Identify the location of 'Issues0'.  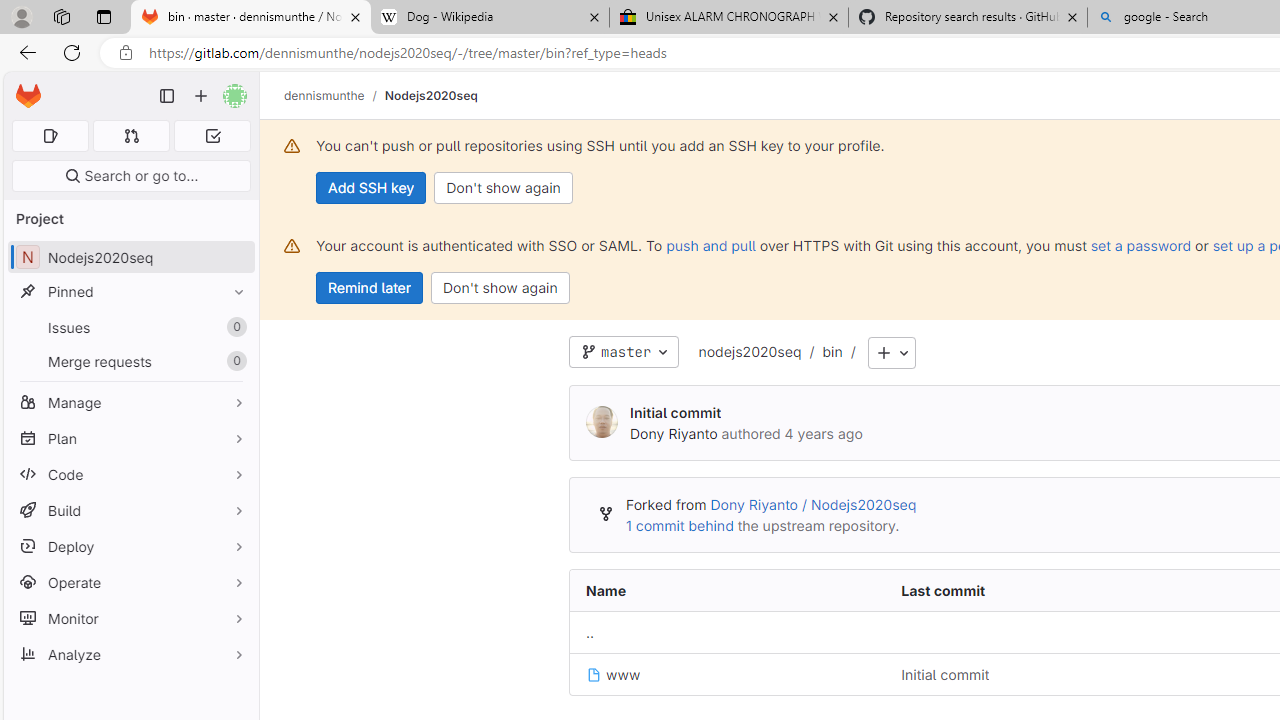
(130, 326).